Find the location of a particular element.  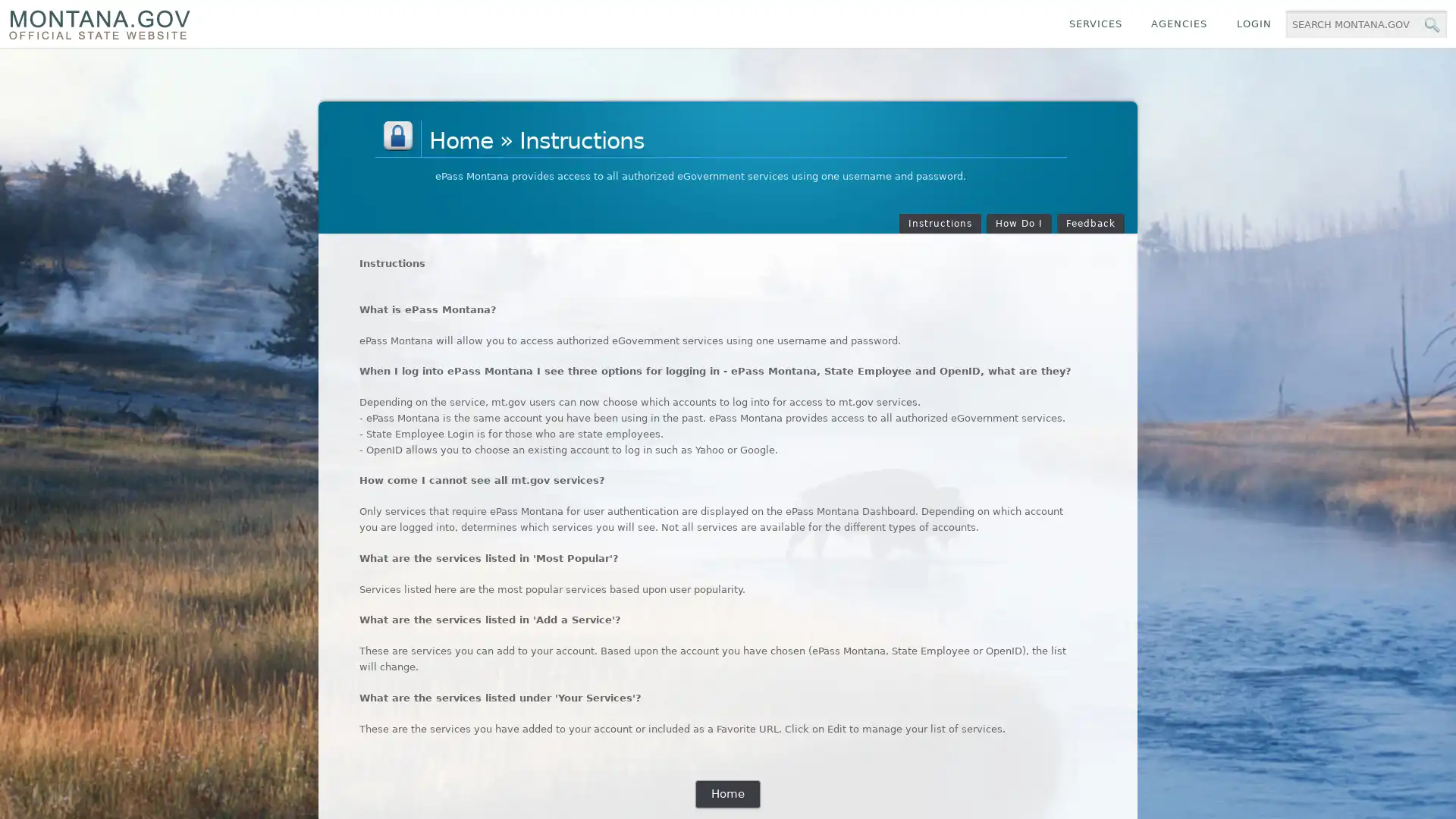

Home is located at coordinates (726, 793).